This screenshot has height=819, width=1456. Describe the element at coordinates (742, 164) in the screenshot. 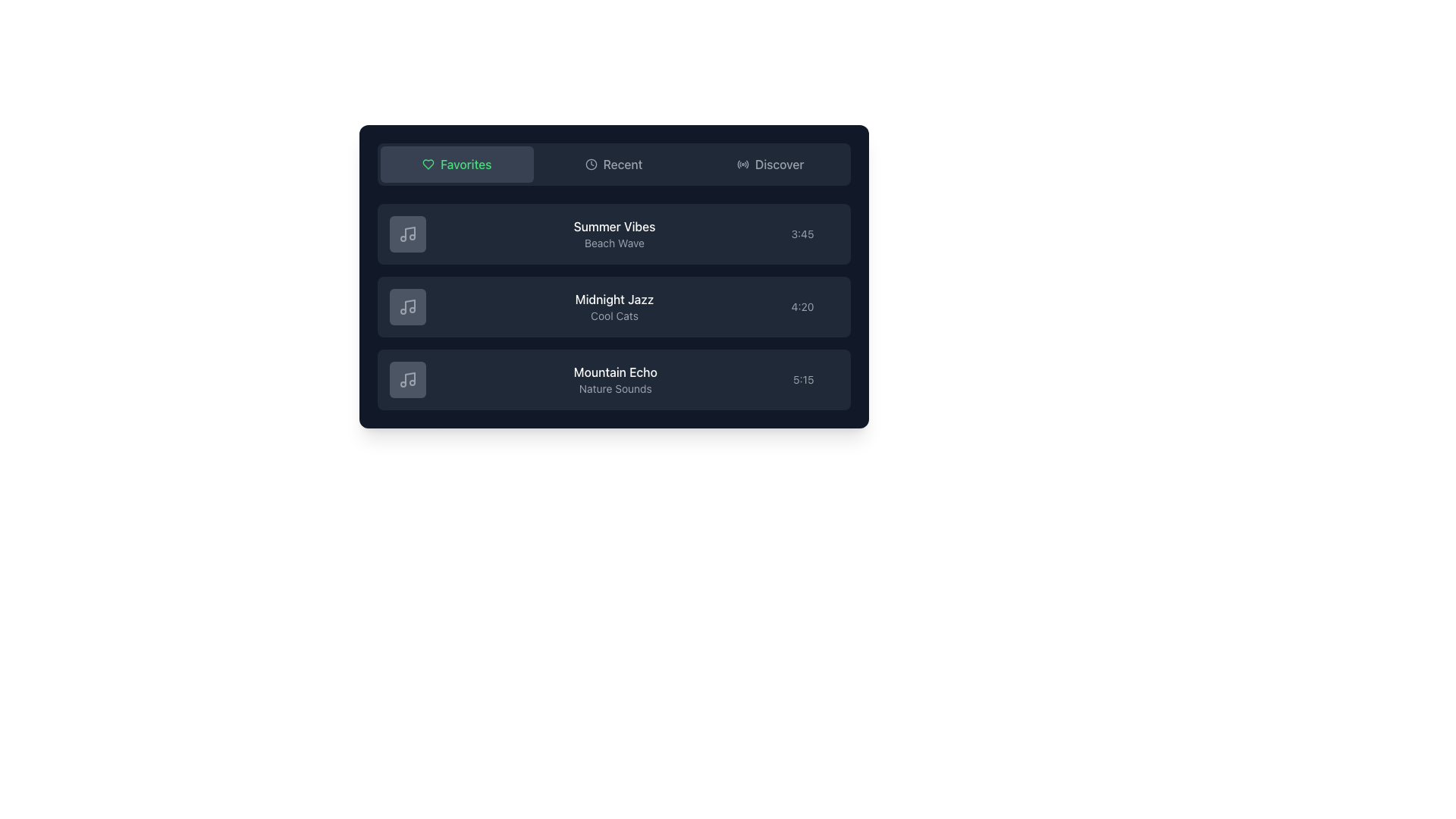

I see `the radio signal icon located to the left of the 'Discover' button in the top navigation bar` at that location.